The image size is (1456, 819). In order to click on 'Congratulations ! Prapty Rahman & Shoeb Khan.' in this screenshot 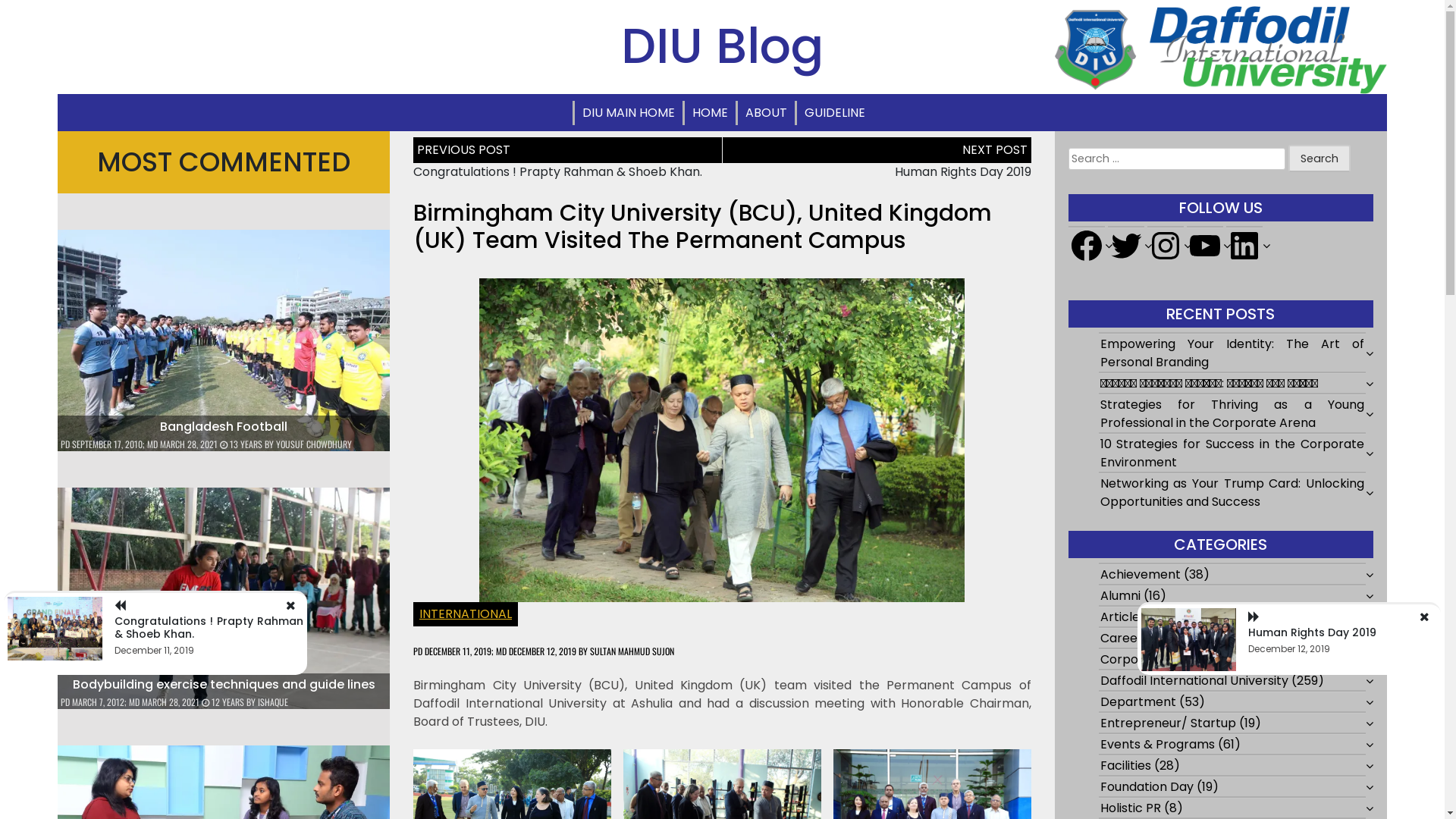, I will do `click(113, 627)`.